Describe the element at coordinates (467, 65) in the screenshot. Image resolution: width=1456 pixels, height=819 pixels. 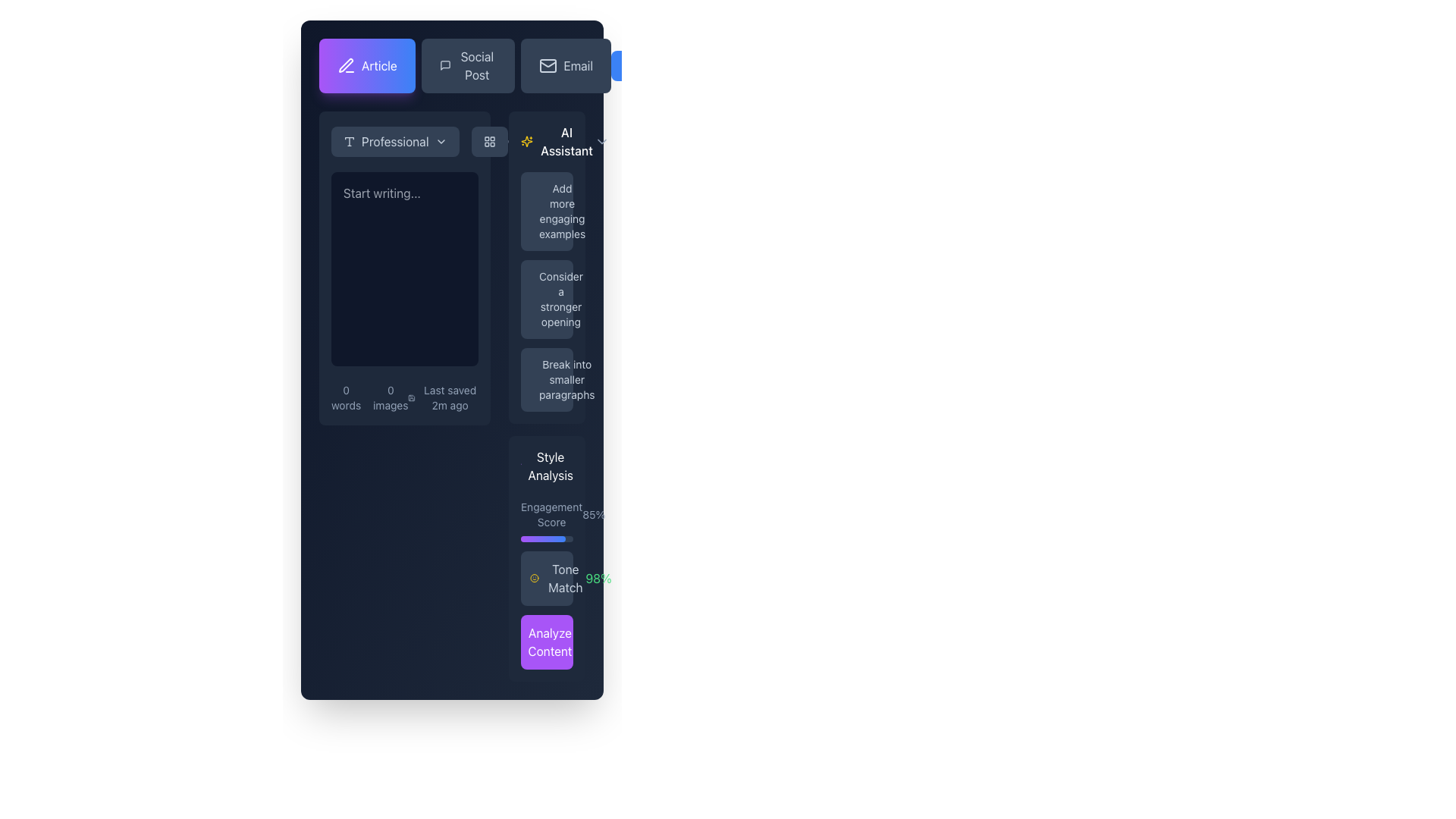
I see `the second button in the horizontal group of three buttons, located between the 'Article' and 'Email' buttons` at that location.